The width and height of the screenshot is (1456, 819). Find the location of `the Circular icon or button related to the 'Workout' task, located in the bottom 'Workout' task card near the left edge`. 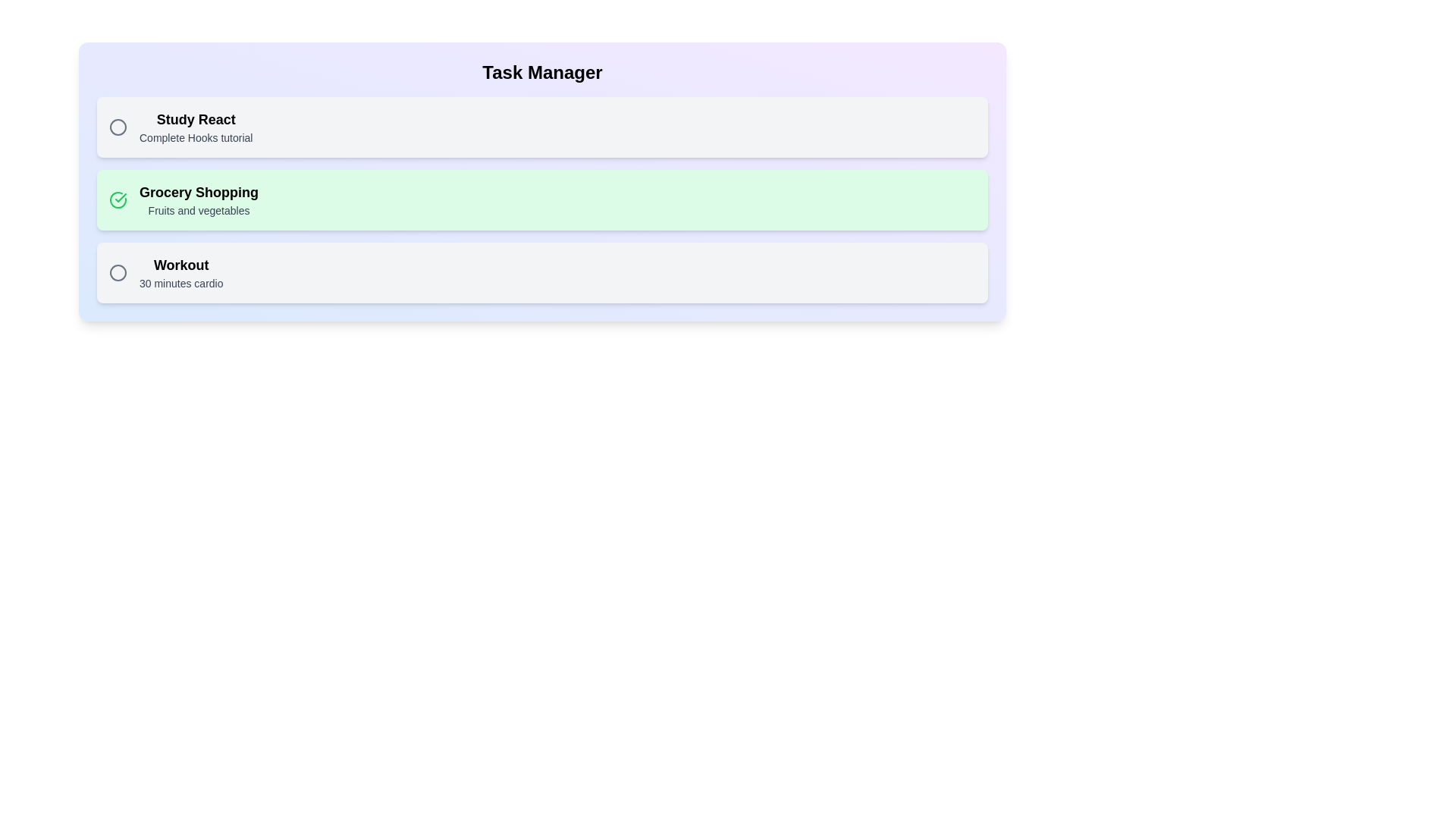

the Circular icon or button related to the 'Workout' task, located in the bottom 'Workout' task card near the left edge is located at coordinates (118, 271).